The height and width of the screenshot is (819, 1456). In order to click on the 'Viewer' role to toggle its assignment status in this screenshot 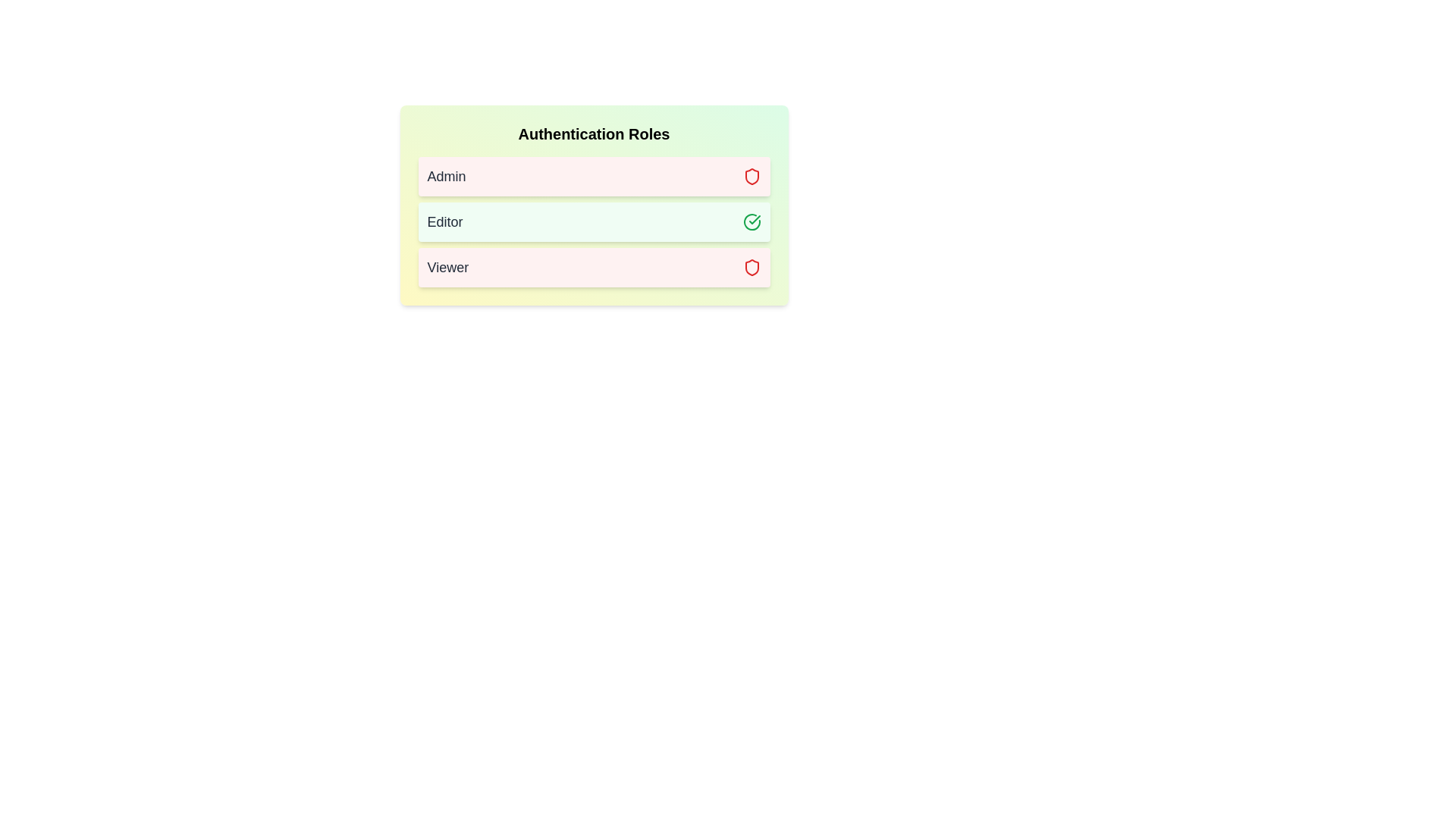, I will do `click(593, 267)`.